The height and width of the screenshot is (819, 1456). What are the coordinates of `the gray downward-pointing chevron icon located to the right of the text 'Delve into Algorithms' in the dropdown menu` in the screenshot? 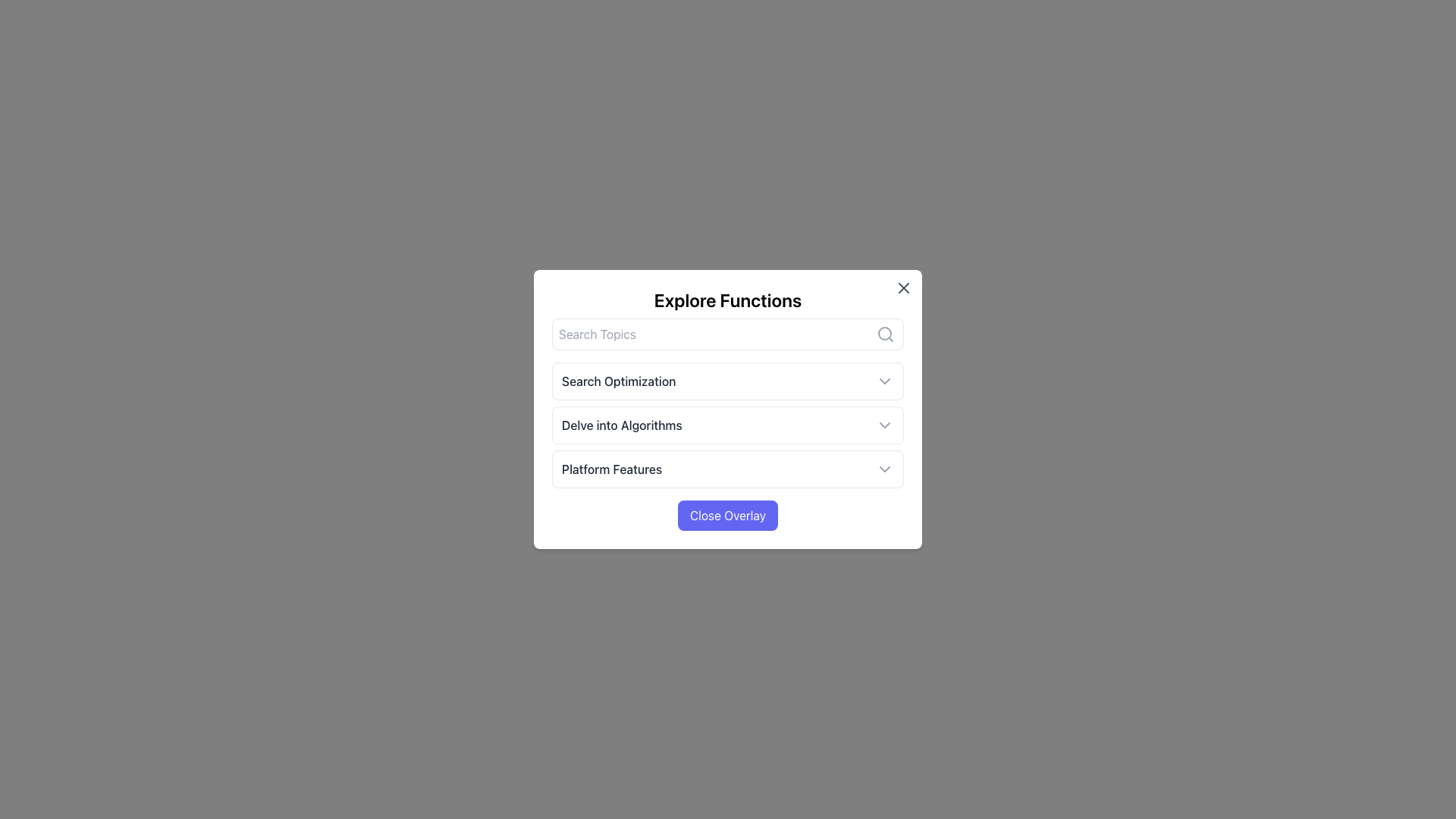 It's located at (884, 425).